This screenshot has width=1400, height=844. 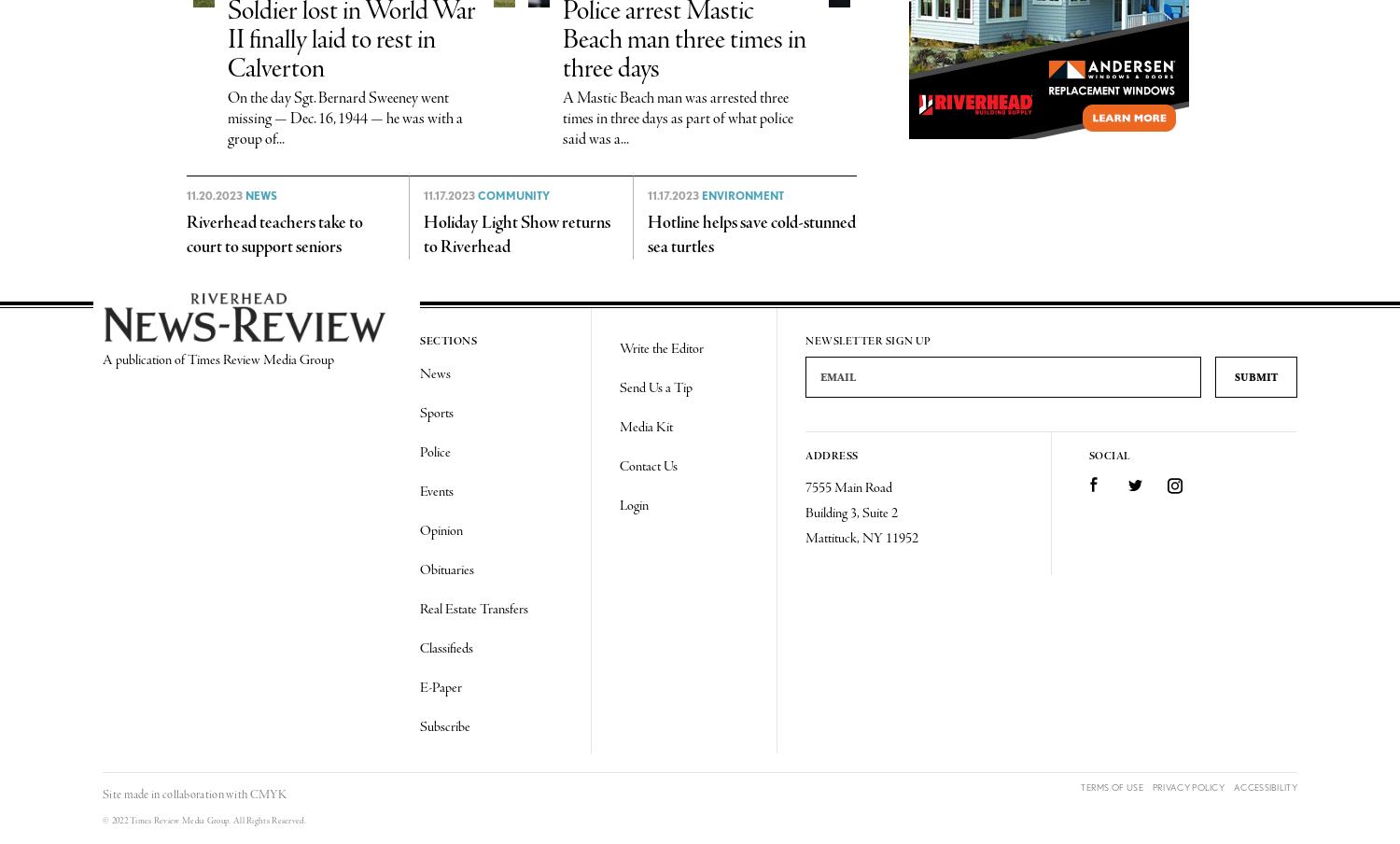 I want to click on 'Classifieds', so click(x=445, y=647).